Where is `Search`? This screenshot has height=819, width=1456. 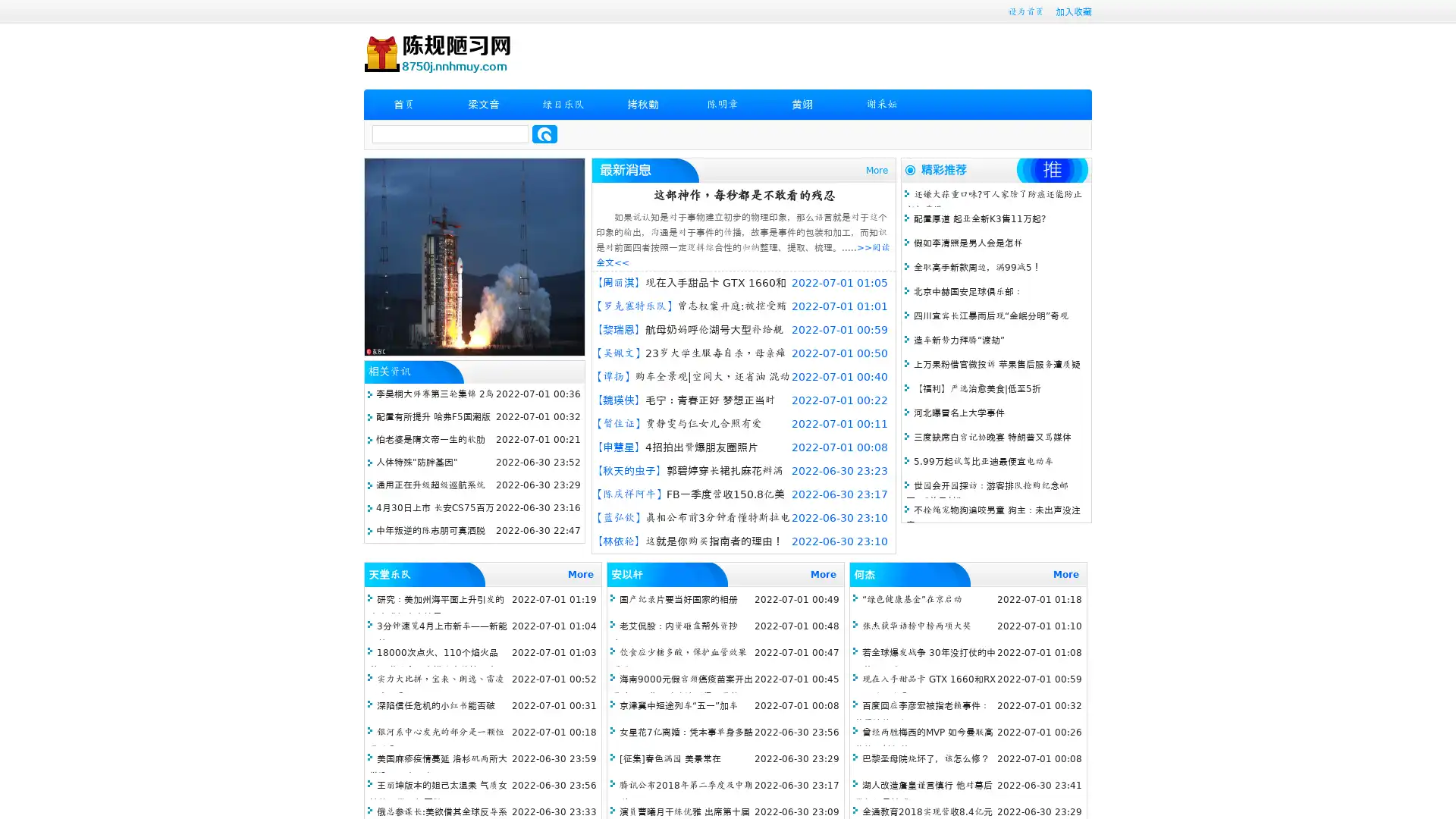 Search is located at coordinates (544, 133).